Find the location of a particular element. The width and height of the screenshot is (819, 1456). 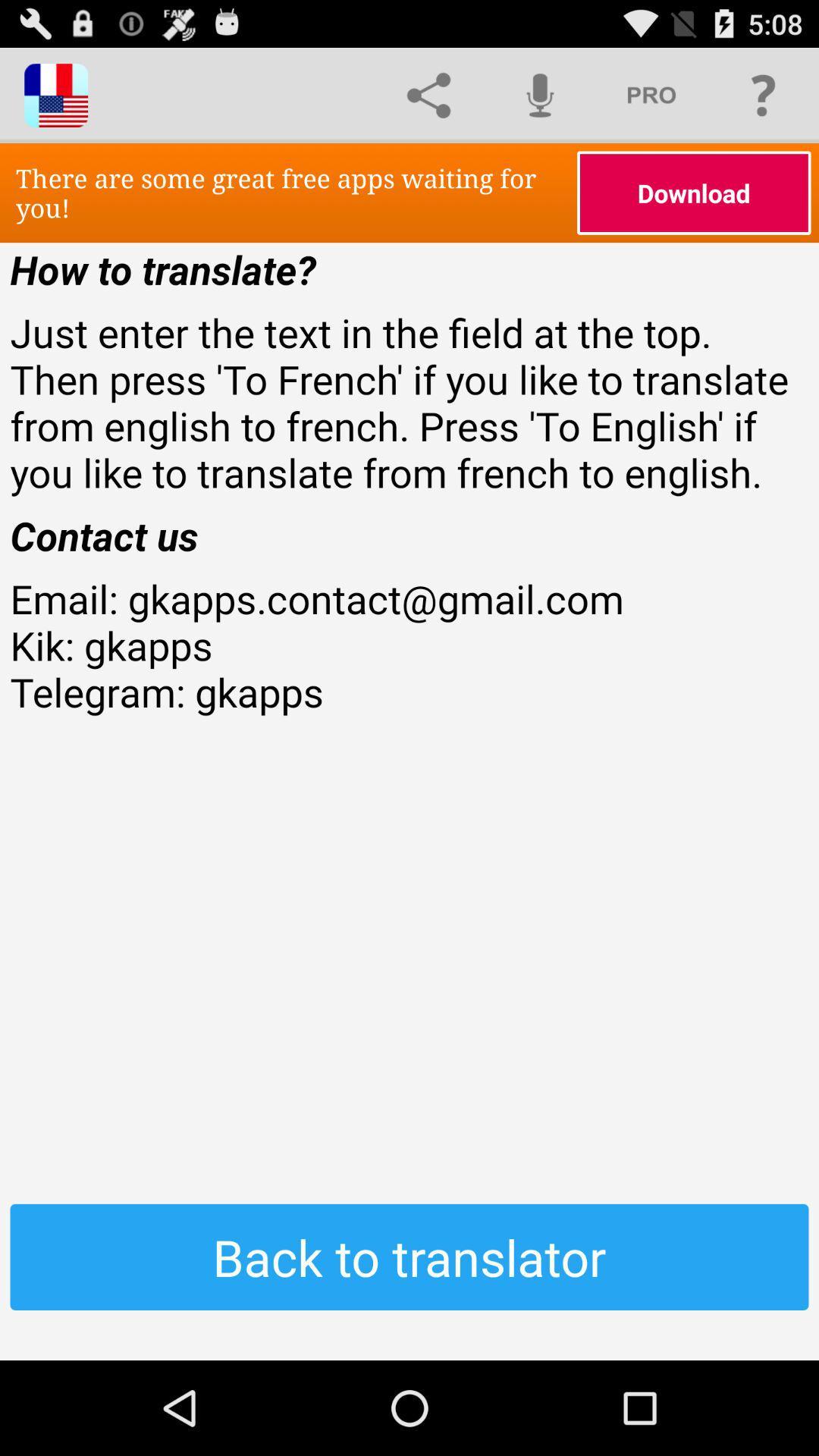

the item above the download item is located at coordinates (763, 94).